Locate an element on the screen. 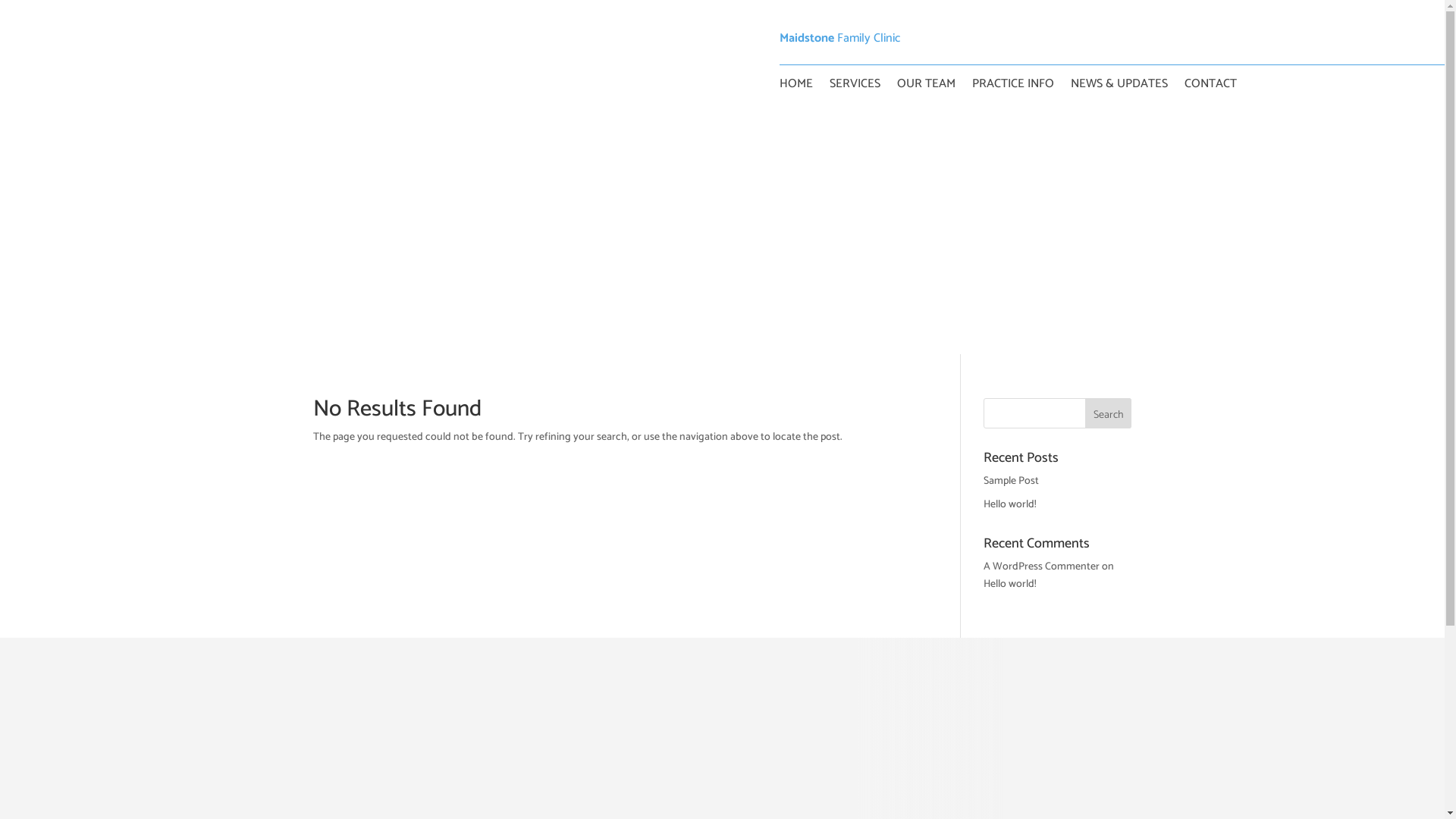 The height and width of the screenshot is (819, 1456). 'OUR TEAM' is located at coordinates (924, 87).